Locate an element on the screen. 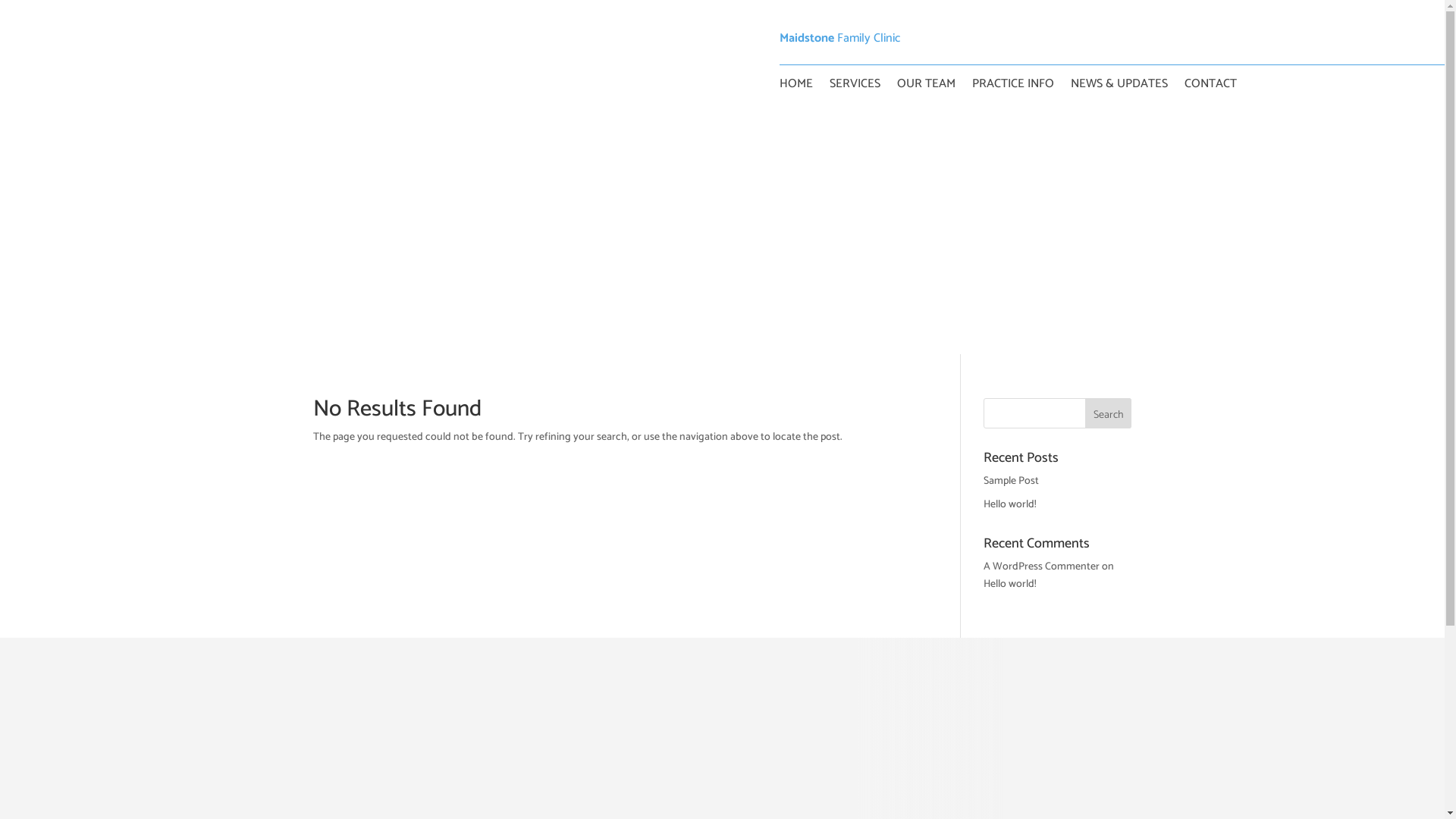 The height and width of the screenshot is (819, 1456). 'OUR TEAM' is located at coordinates (924, 87).